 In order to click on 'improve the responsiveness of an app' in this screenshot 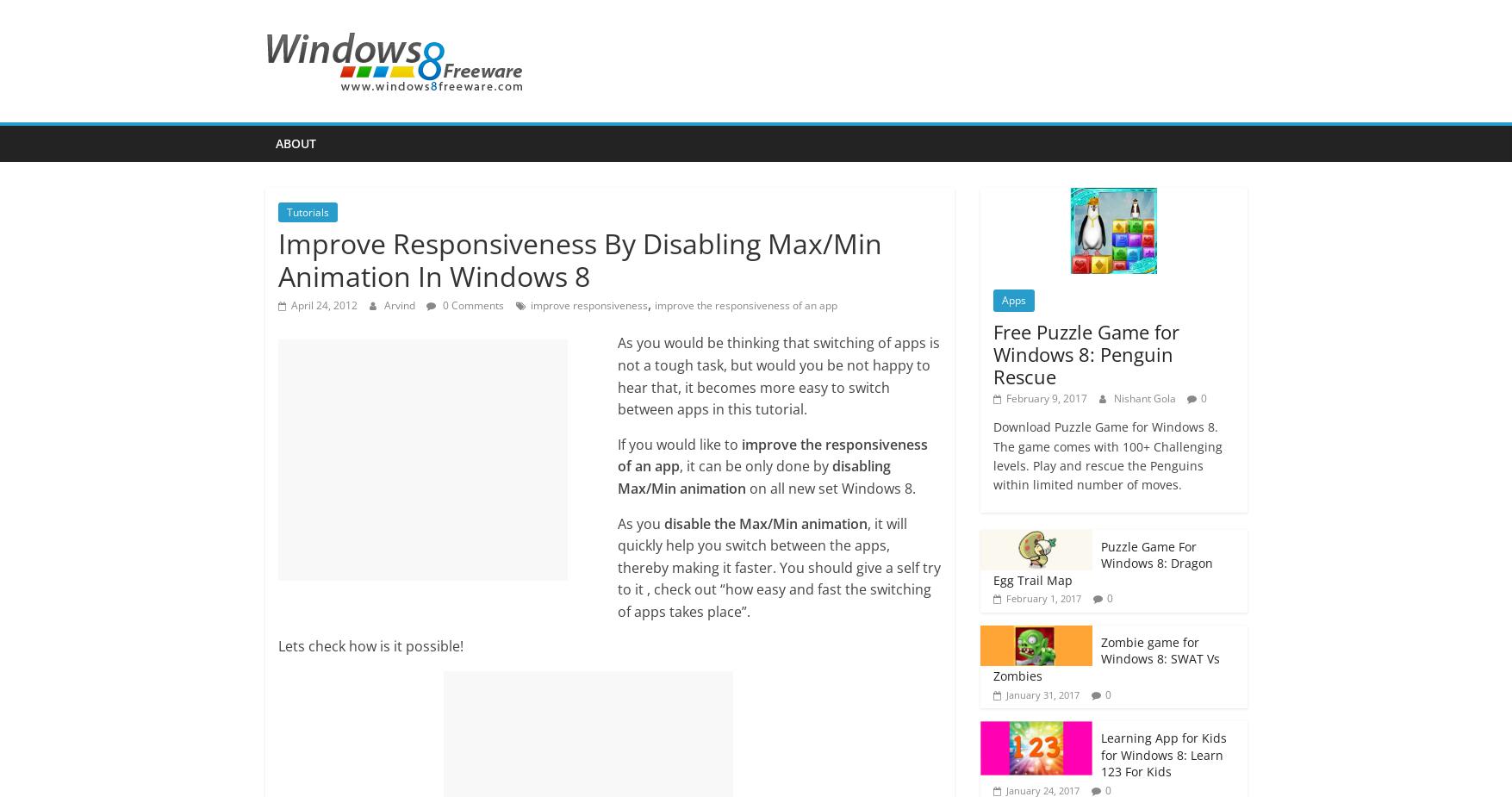, I will do `click(745, 303)`.